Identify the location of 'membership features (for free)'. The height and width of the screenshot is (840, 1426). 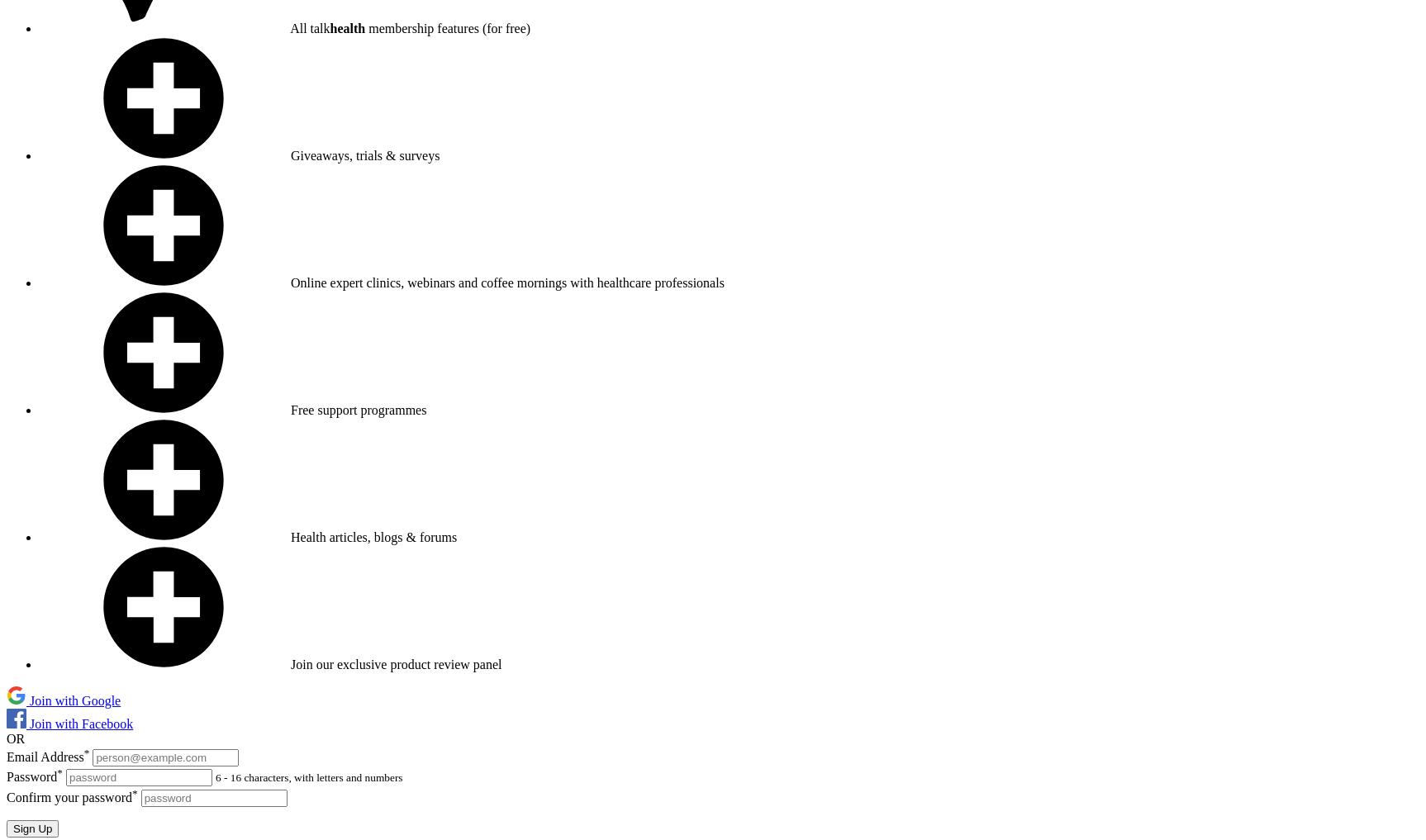
(447, 26).